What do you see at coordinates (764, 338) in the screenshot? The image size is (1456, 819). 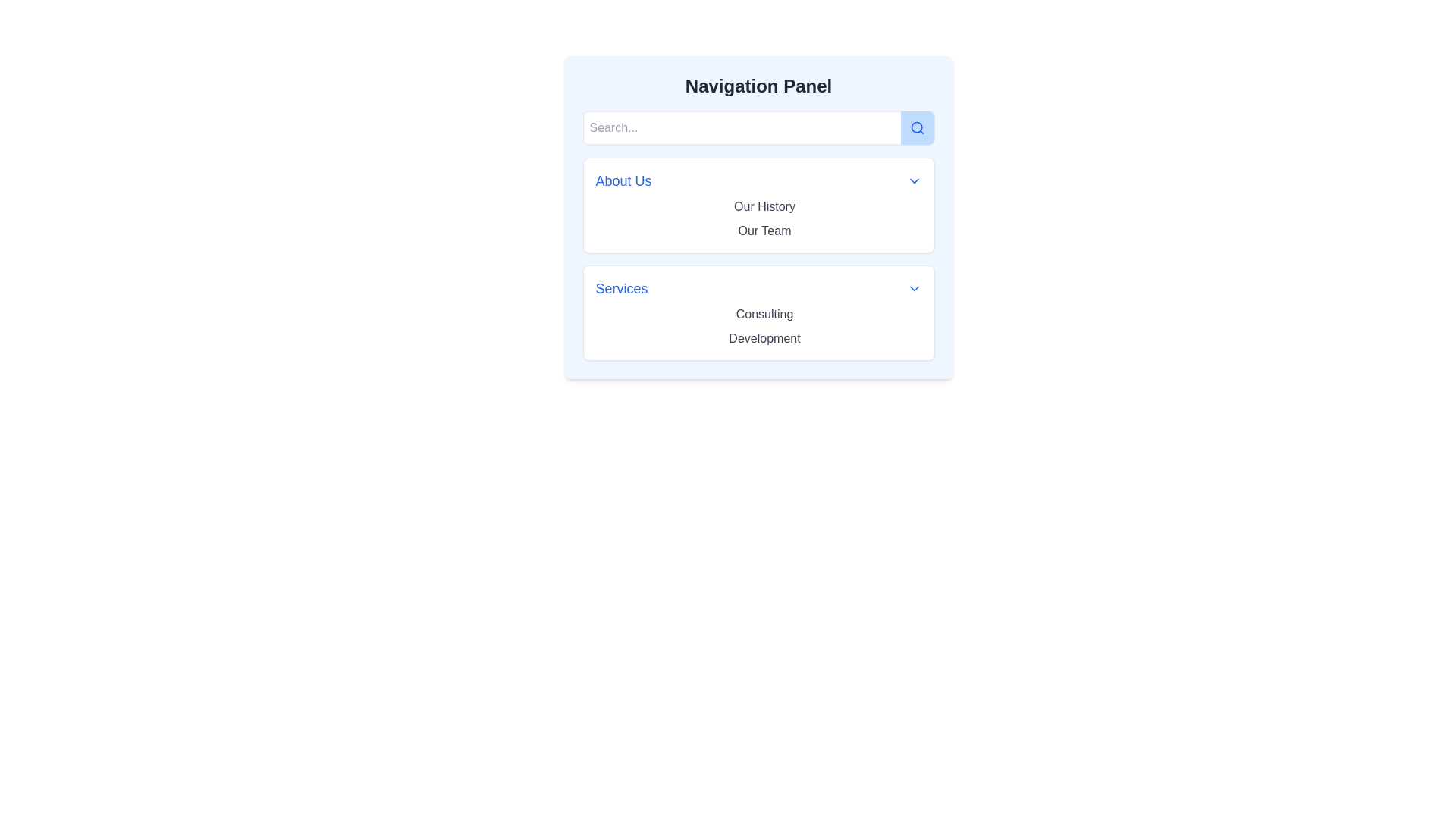 I see `the 'Development' hyperlink, which is the second item in the dropdown menu under the 'Services' section of the navigation panel` at bounding box center [764, 338].